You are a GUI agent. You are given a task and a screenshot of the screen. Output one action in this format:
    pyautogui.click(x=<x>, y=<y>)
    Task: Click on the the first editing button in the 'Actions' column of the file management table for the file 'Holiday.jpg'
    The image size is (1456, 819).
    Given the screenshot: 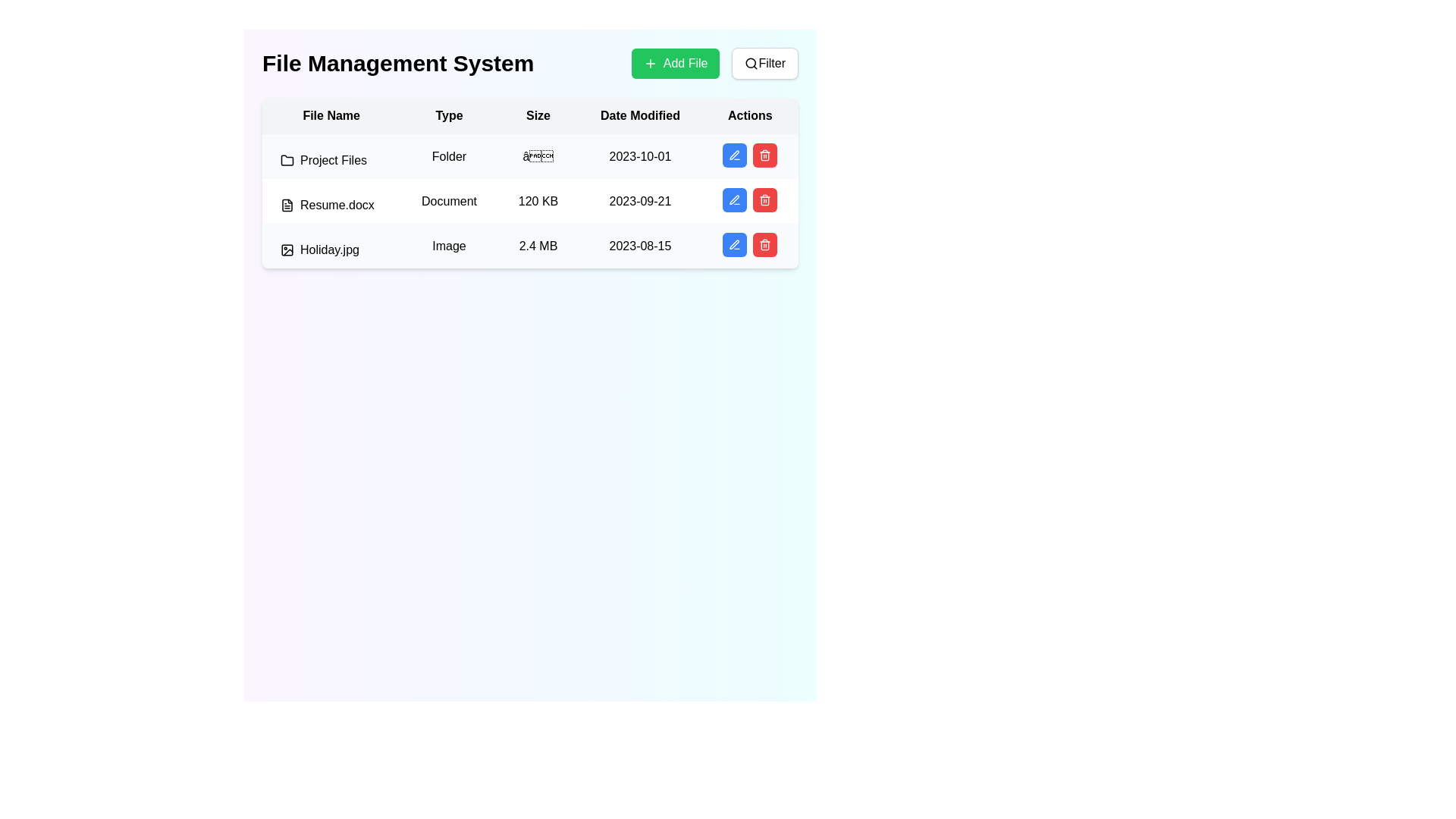 What is the action you would take?
    pyautogui.click(x=735, y=243)
    